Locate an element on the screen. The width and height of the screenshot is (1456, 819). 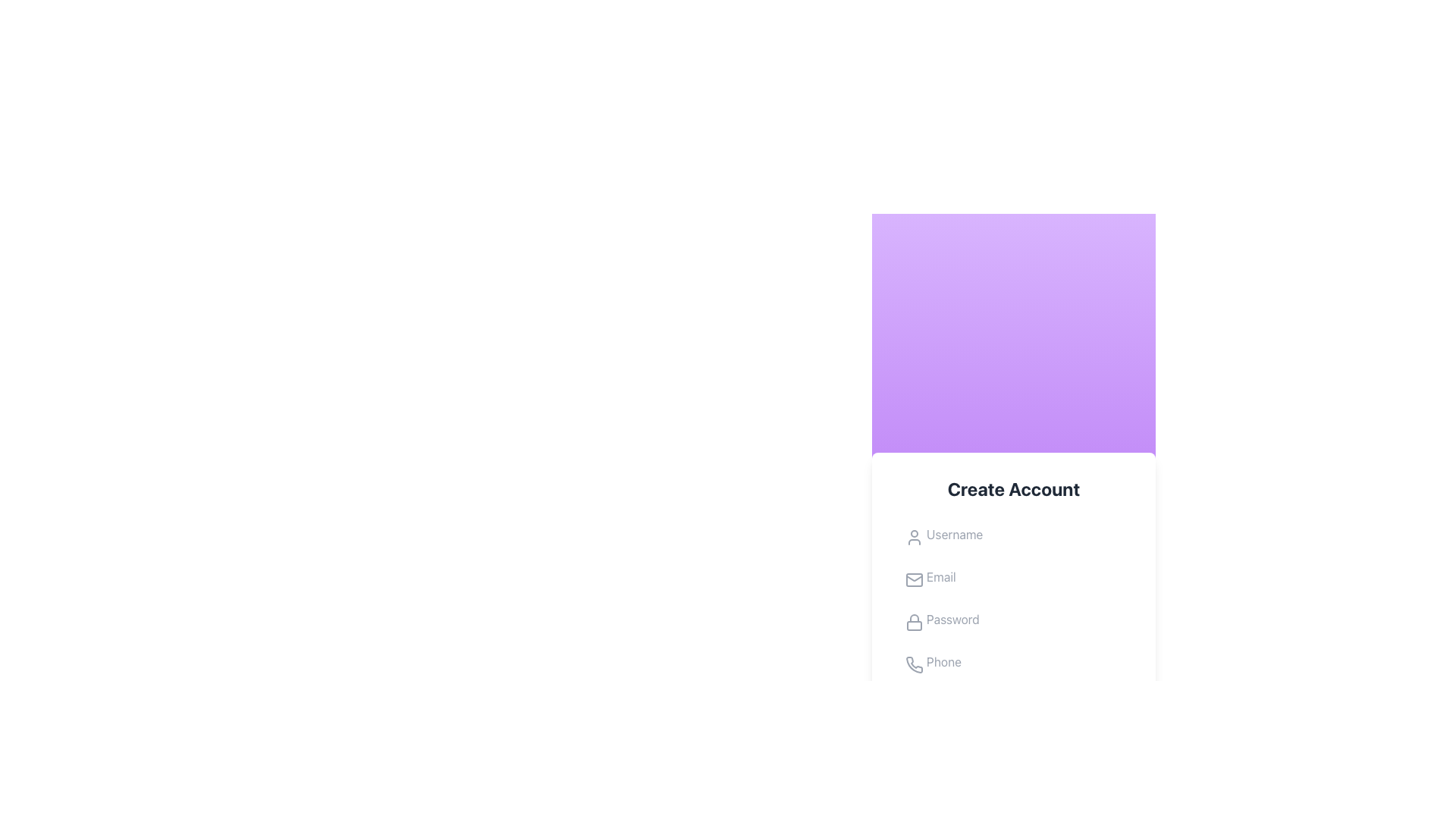
the password field icon, which is a visual representation indicating secure input, located to the left of the 'Password' text input field is located at coordinates (913, 623).